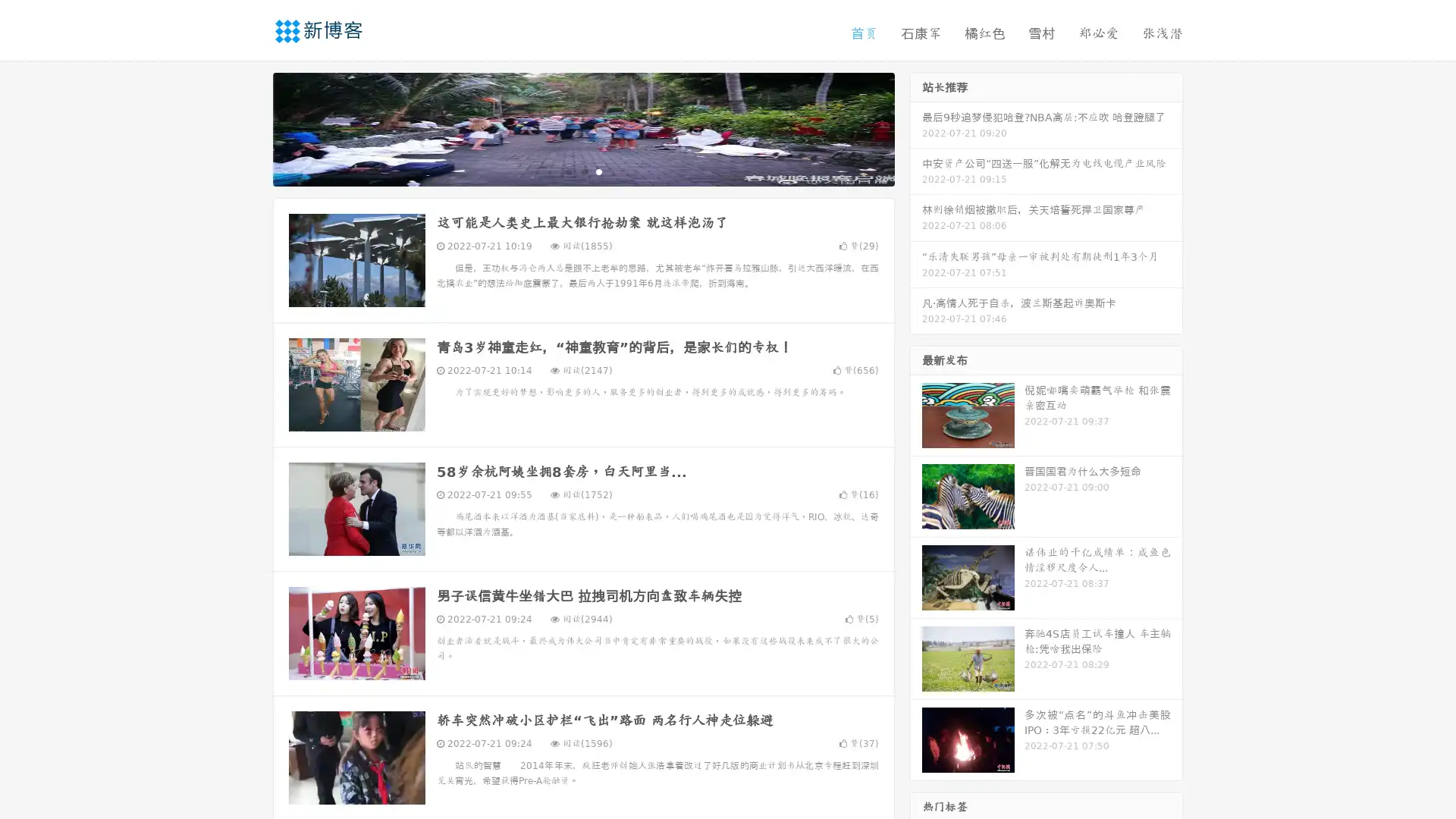  I want to click on Previous slide, so click(250, 127).